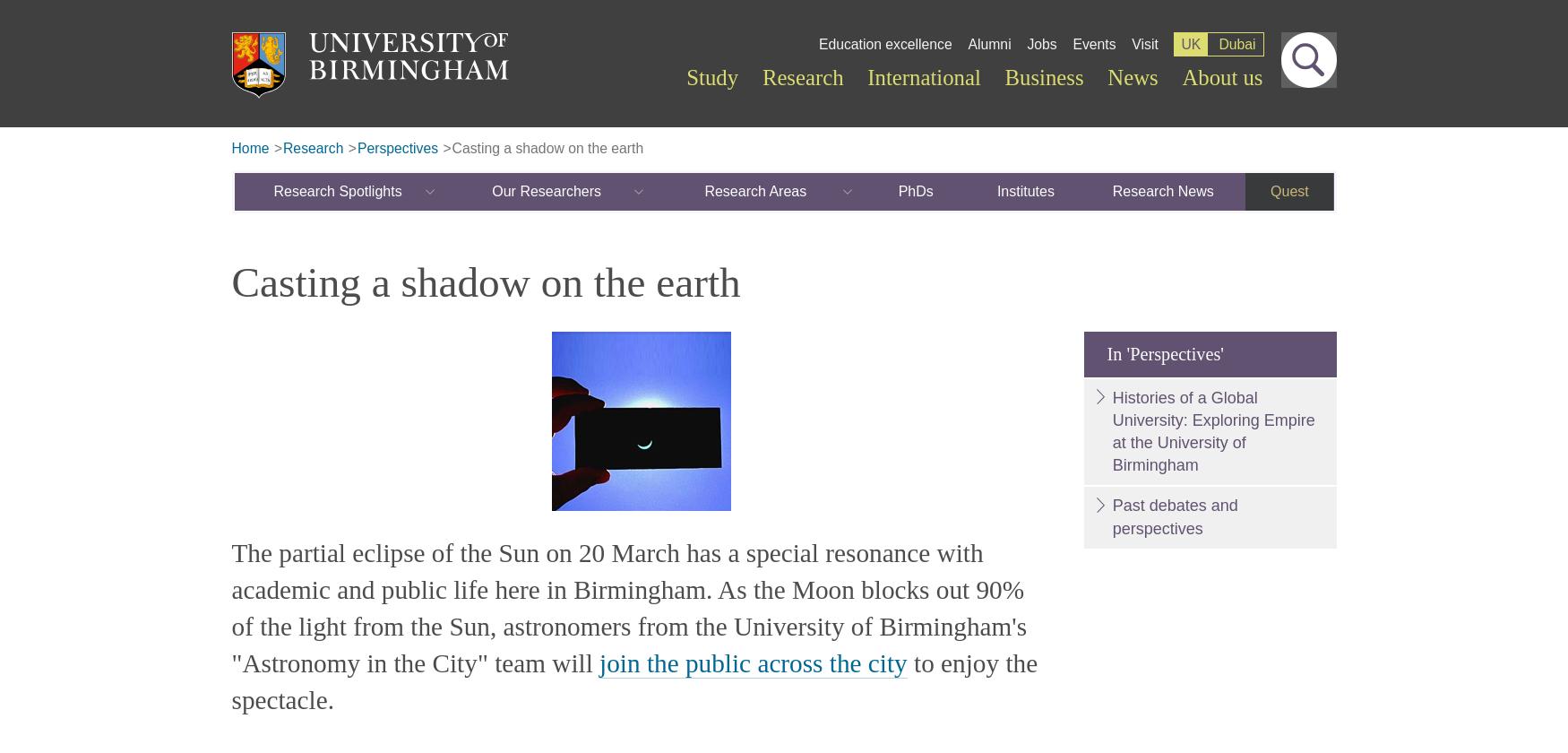 The image size is (1568, 753). I want to click on 'Dubai', so click(1236, 43).